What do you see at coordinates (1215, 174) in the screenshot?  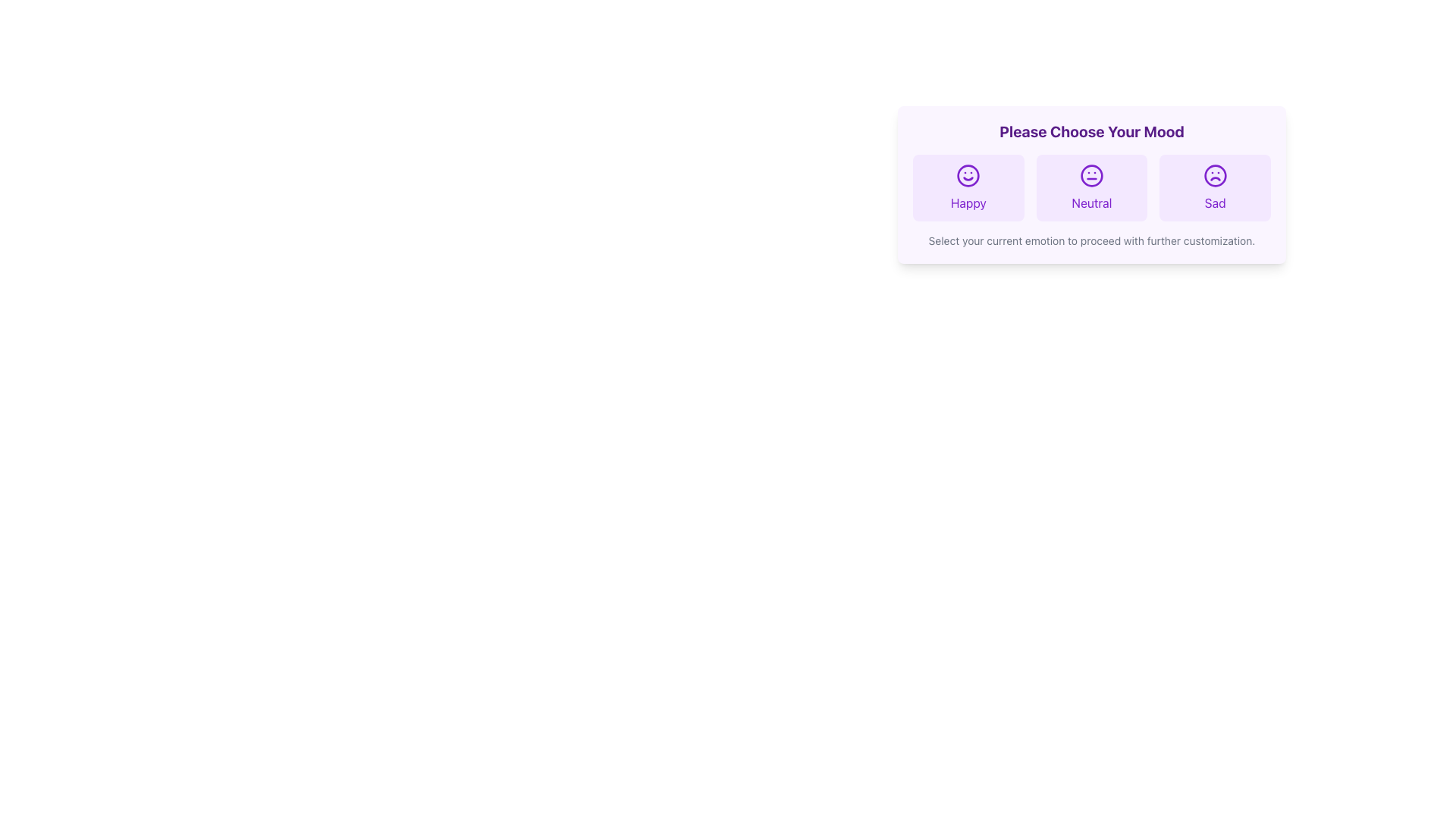 I see `the circular outline of the sad emoji icon, which is the third option from the left in the mood selection section labeled 'Please Choose Your Mood'` at bounding box center [1215, 174].